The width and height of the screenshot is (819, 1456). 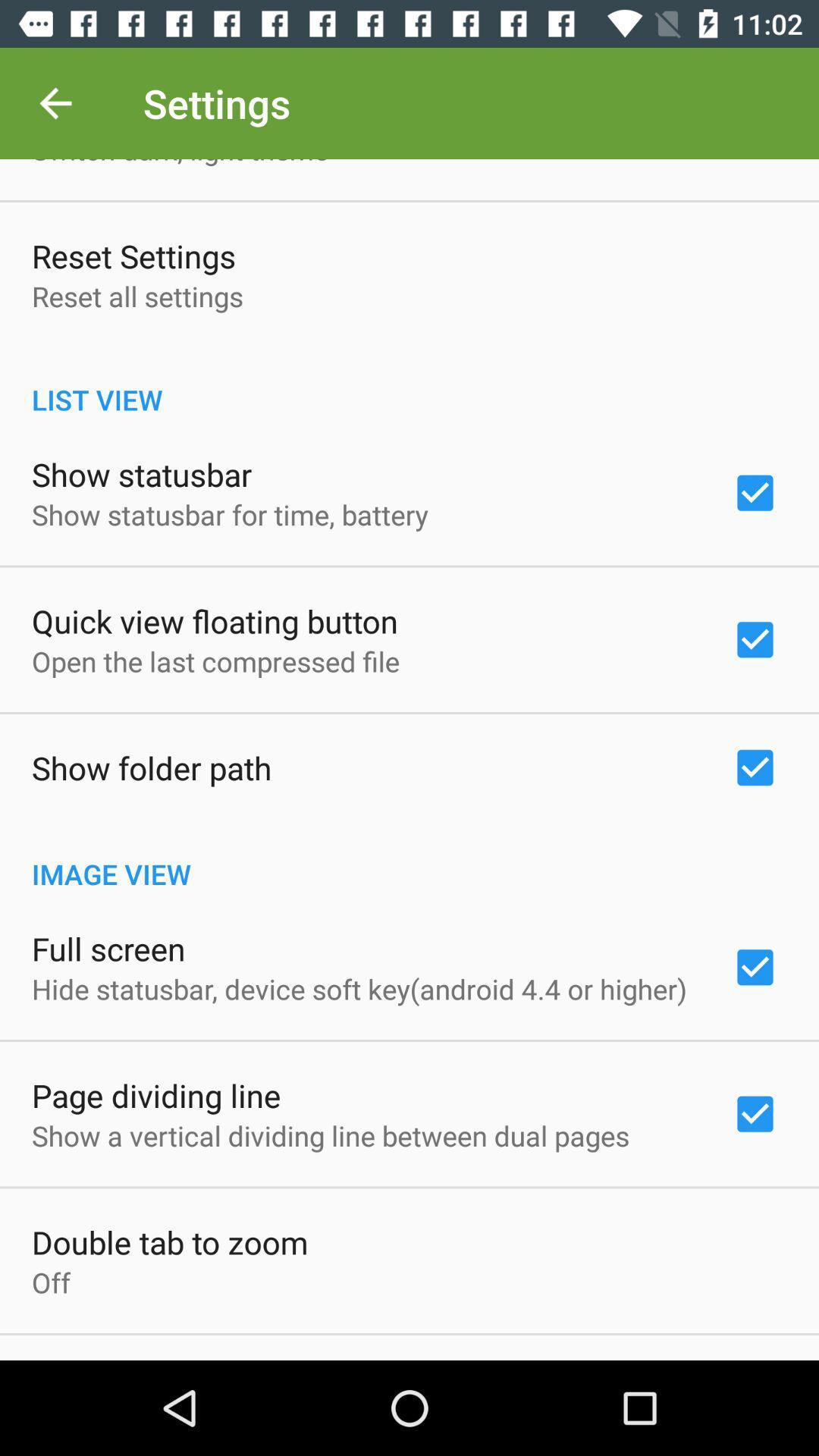 I want to click on item below open the last item, so click(x=152, y=767).